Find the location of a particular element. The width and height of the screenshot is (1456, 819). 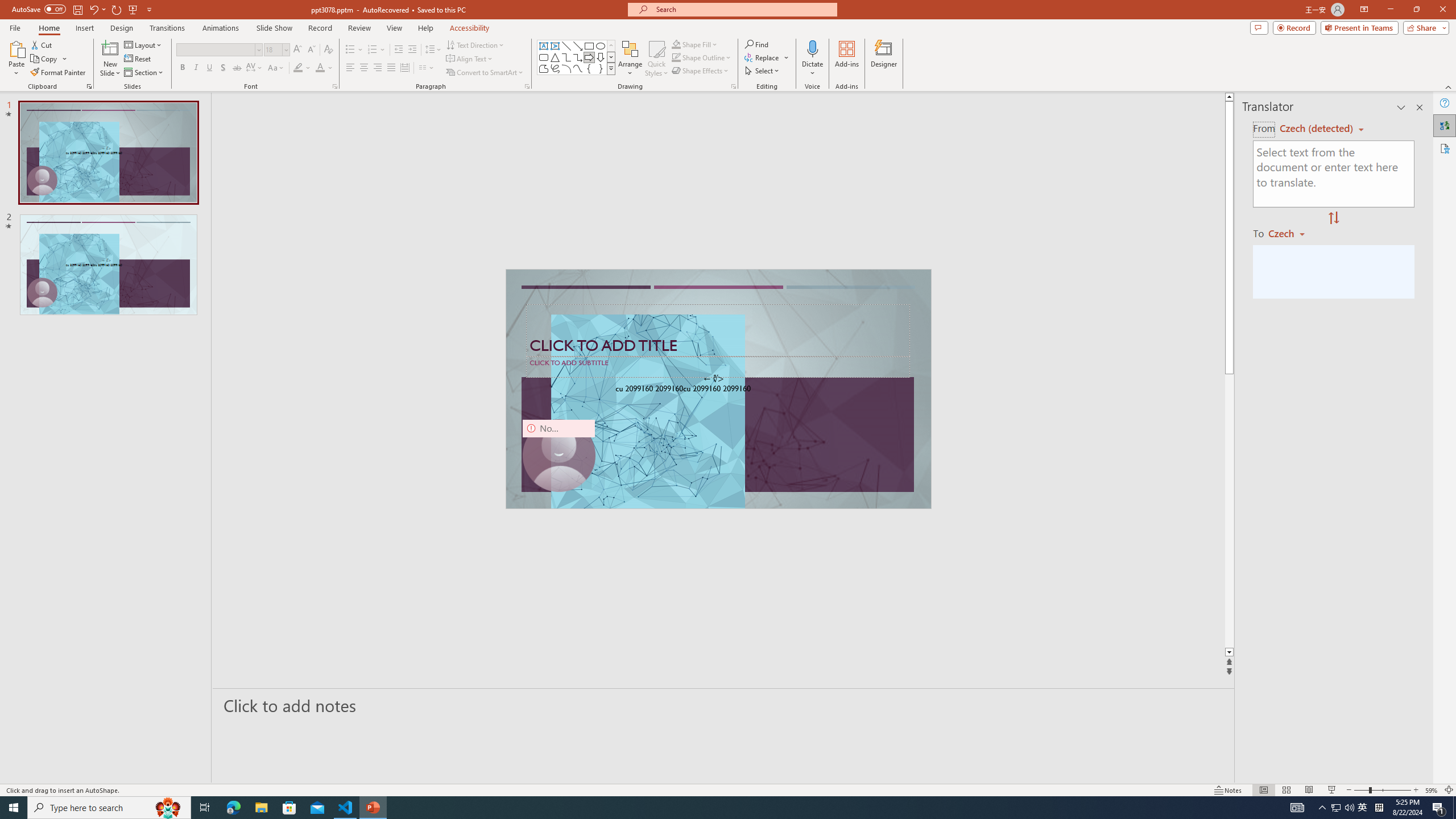

'An abstract genetic concept' is located at coordinates (718, 388).